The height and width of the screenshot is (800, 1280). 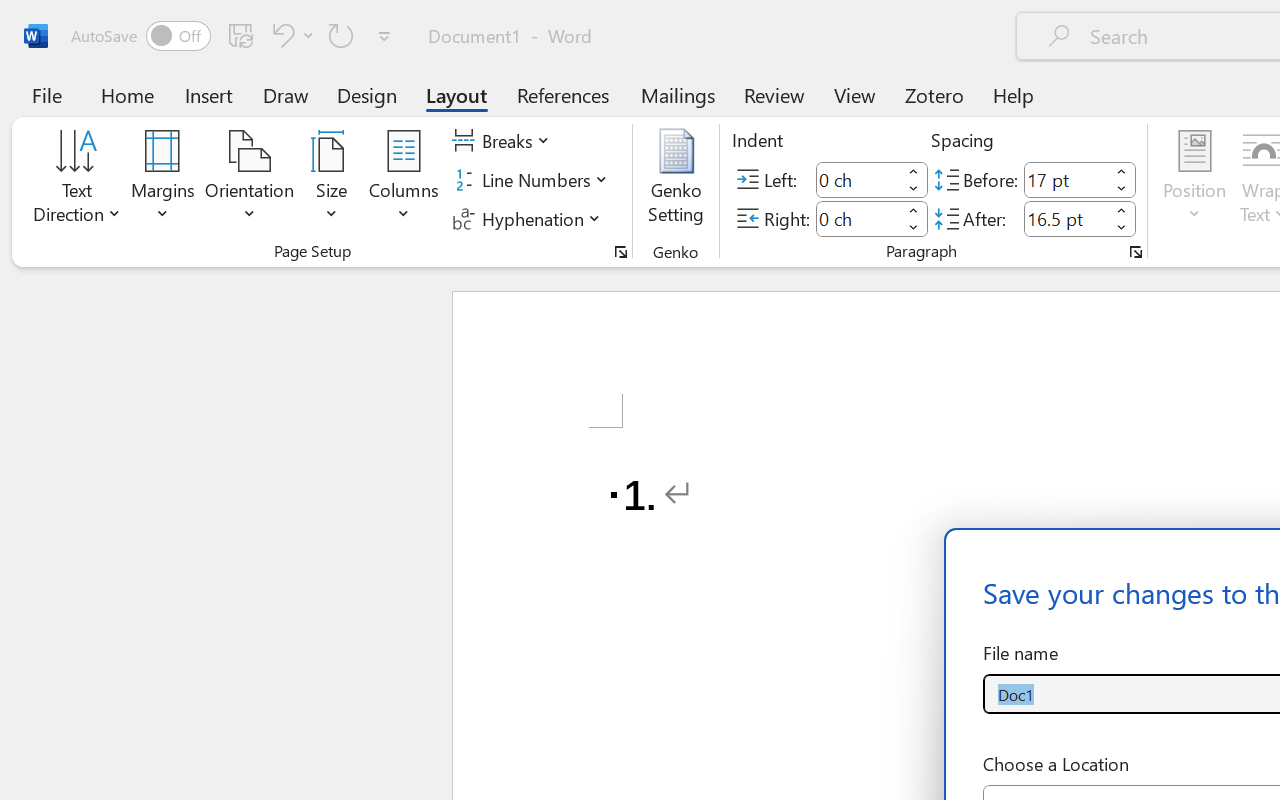 What do you see at coordinates (1194, 179) in the screenshot?
I see `'Position'` at bounding box center [1194, 179].